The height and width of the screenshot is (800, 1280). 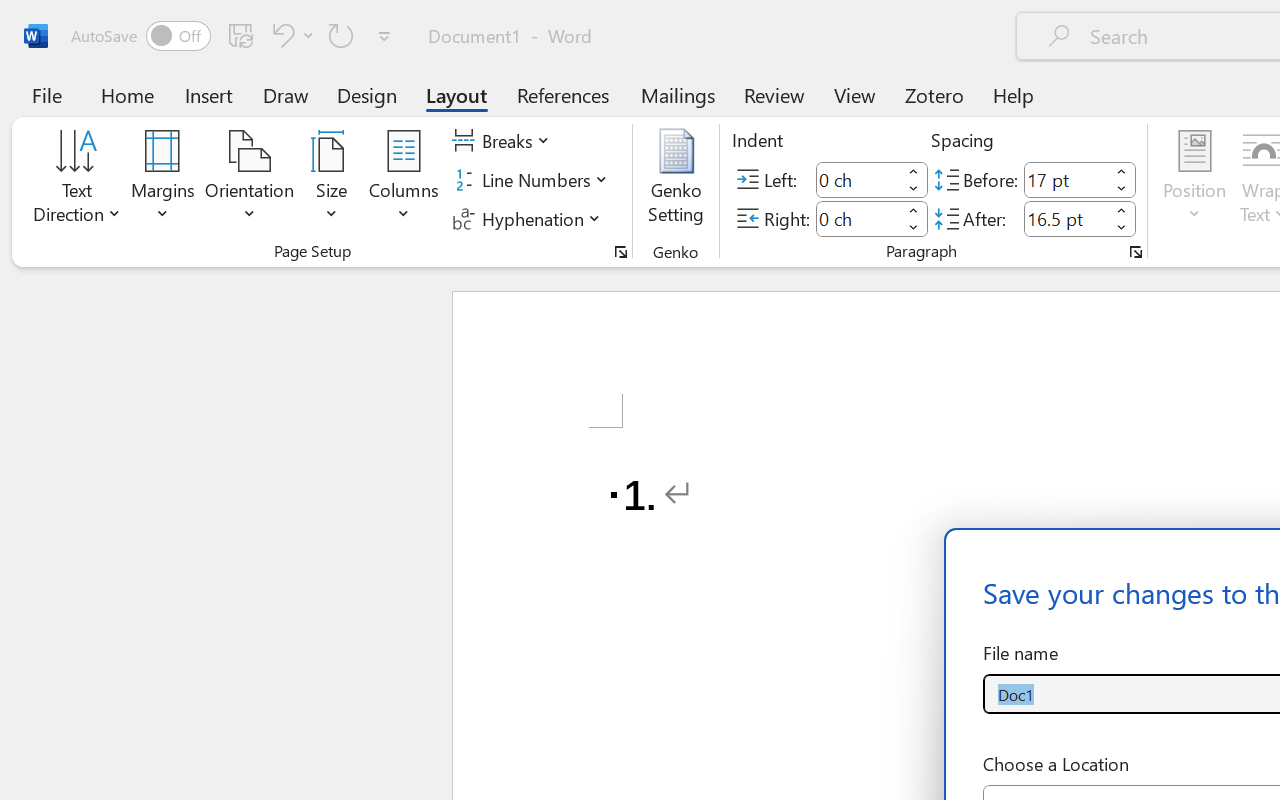 What do you see at coordinates (1194, 179) in the screenshot?
I see `'Position'` at bounding box center [1194, 179].